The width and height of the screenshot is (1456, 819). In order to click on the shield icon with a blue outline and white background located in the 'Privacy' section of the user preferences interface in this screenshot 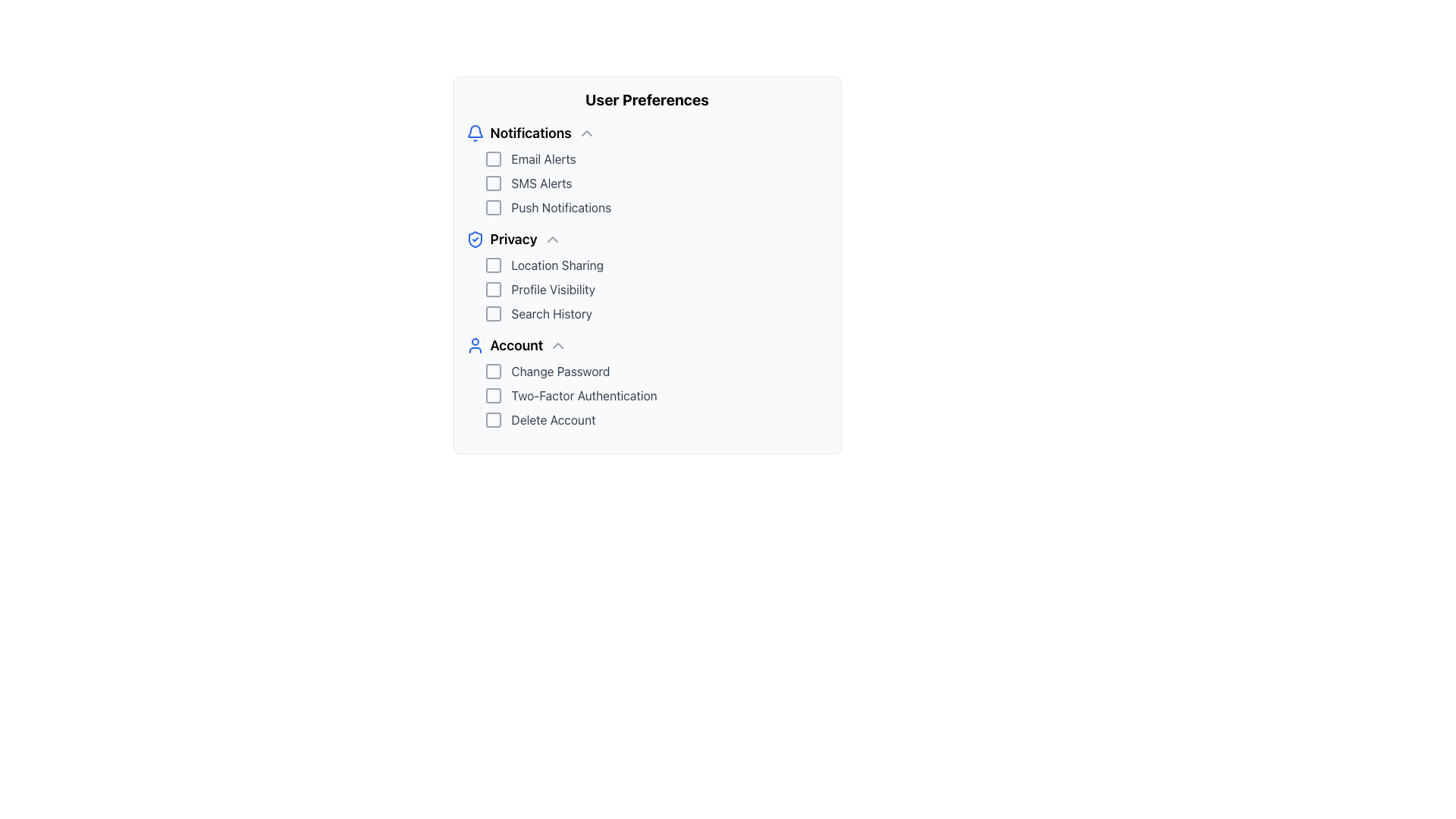, I will do `click(474, 239)`.